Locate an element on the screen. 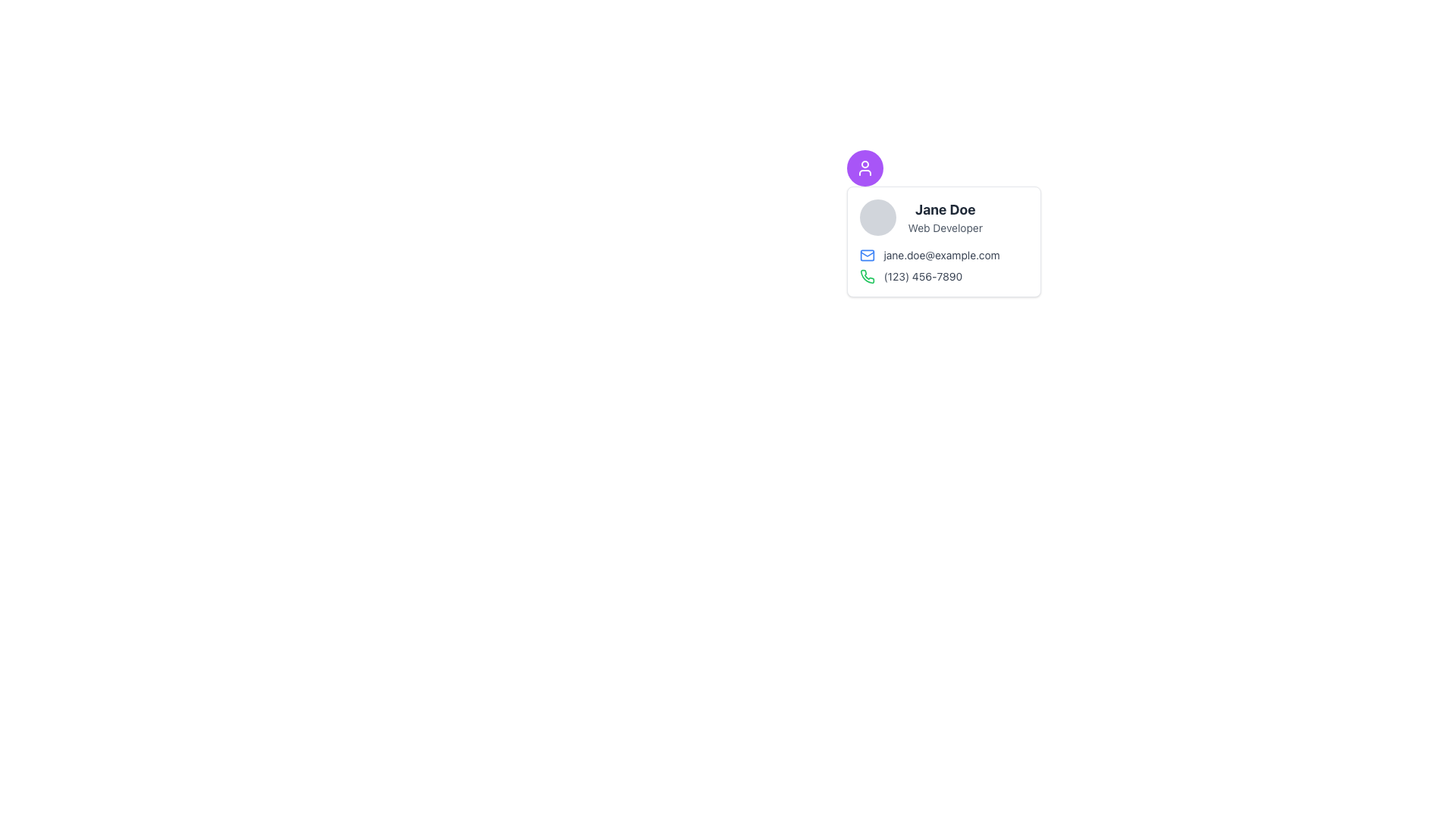 Image resolution: width=1456 pixels, height=819 pixels. the email icon located to the left of the 'jane.doe@example.com' text in the right section of the profile card is located at coordinates (867, 254).